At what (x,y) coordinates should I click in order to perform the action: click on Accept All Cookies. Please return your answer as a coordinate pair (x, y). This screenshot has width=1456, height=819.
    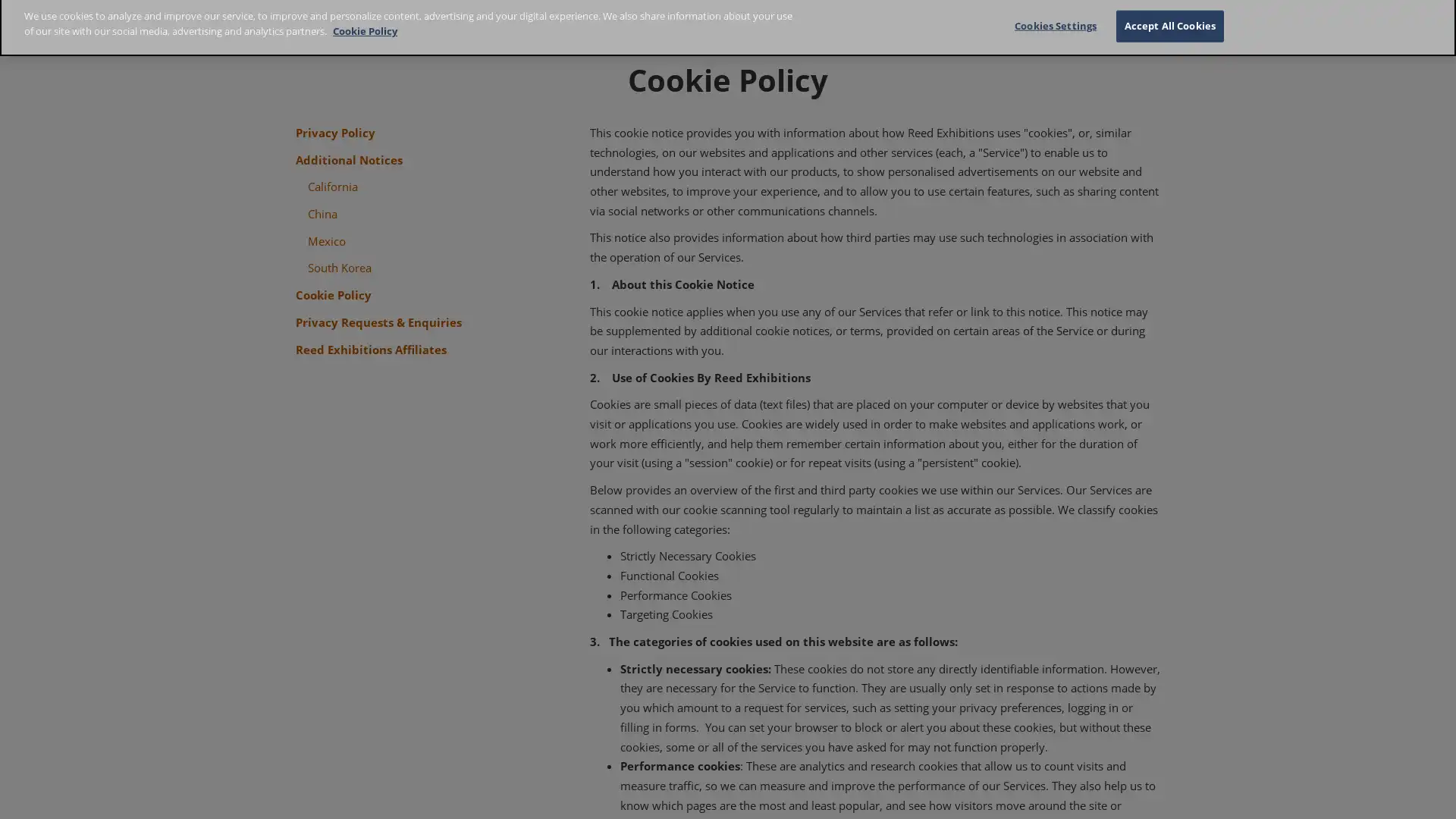
    Looking at the image, I should click on (1169, 32).